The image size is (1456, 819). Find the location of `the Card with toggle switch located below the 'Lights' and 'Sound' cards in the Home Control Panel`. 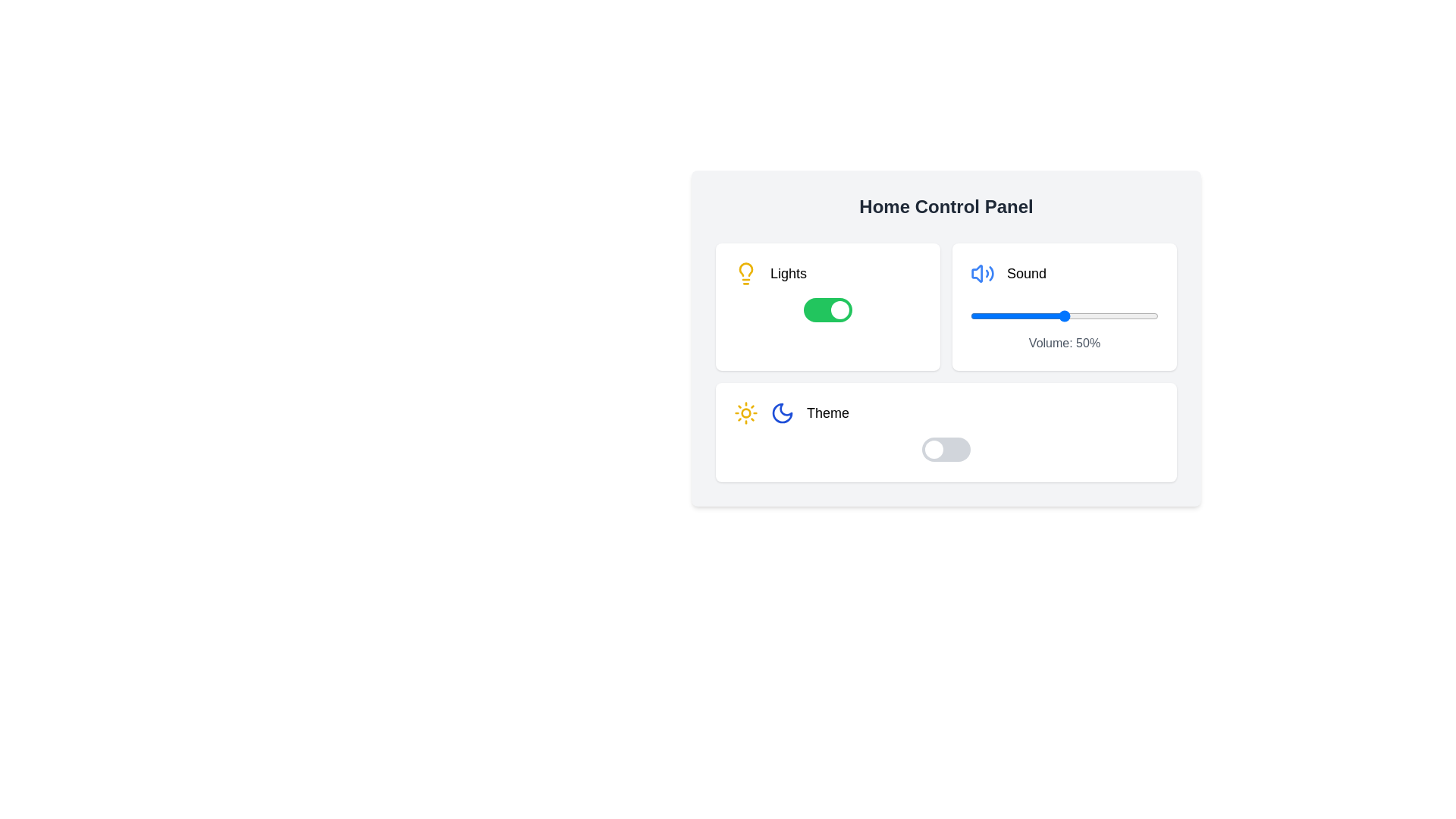

the Card with toggle switch located below the 'Lights' and 'Sound' cards in the Home Control Panel is located at coordinates (946, 432).